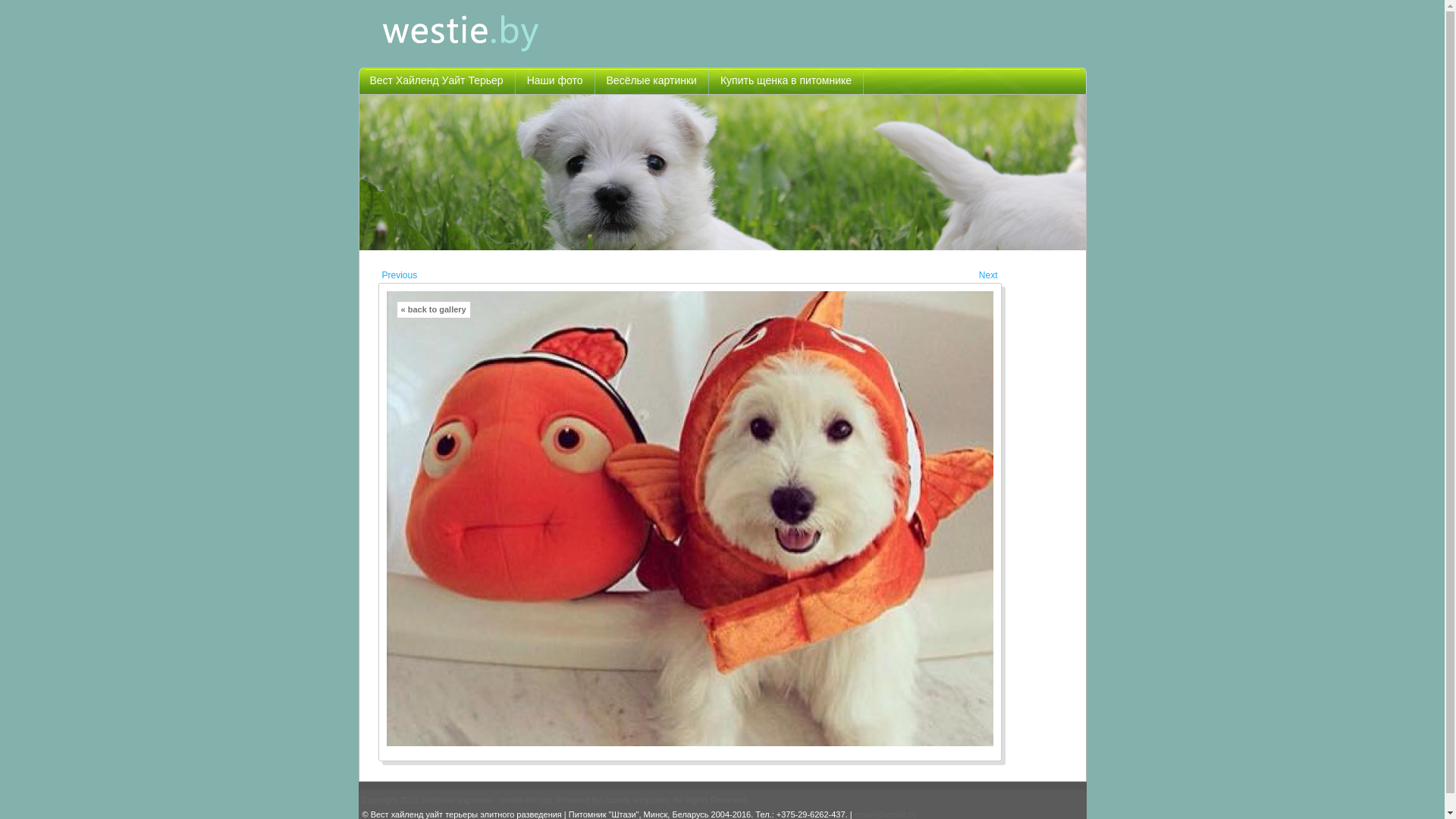  I want to click on 'Previous', so click(400, 275).